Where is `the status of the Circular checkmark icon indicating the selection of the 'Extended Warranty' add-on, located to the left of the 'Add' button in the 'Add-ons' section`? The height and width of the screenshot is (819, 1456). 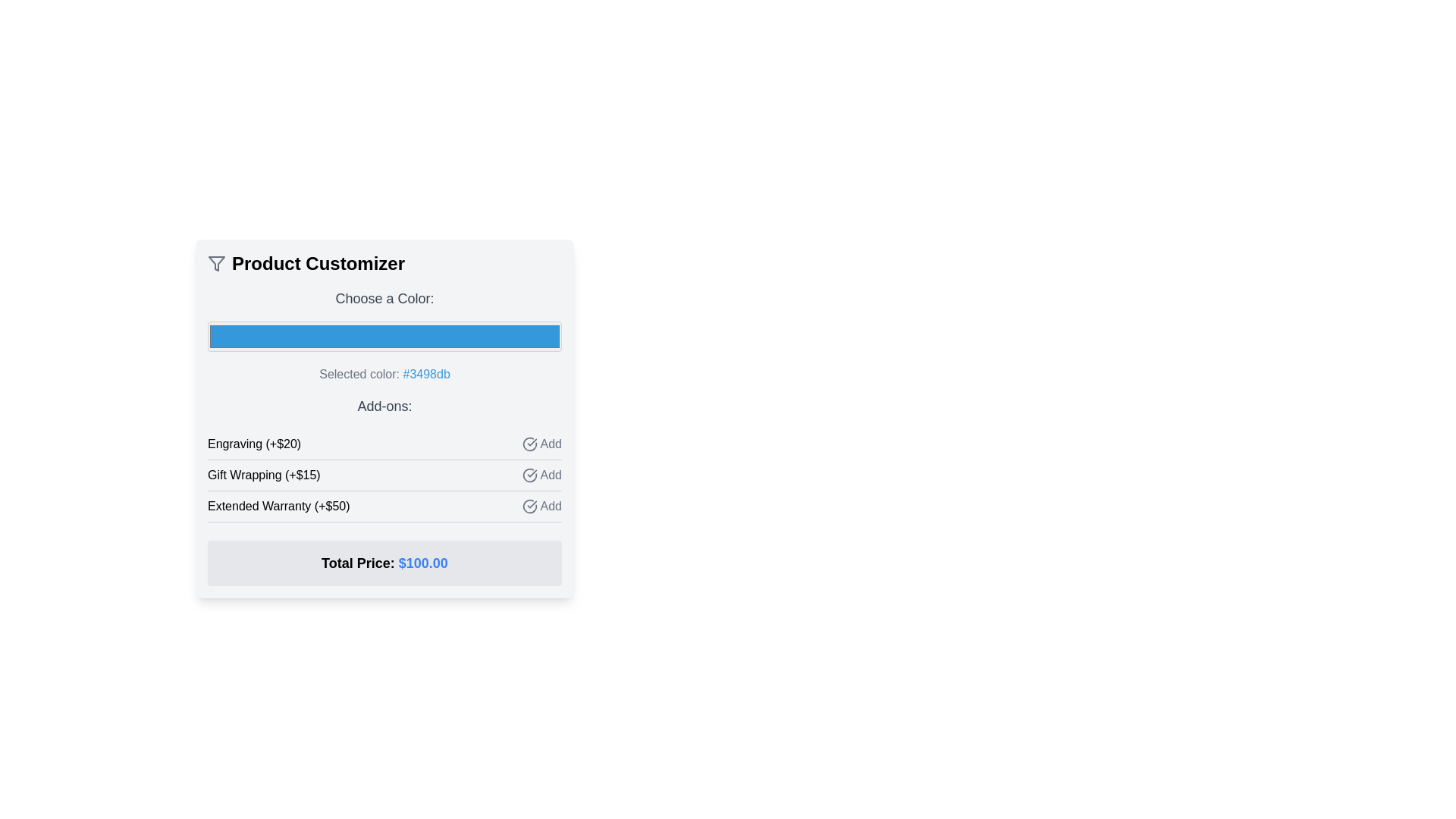
the status of the Circular checkmark icon indicating the selection of the 'Extended Warranty' add-on, located to the left of the 'Add' button in the 'Add-ons' section is located at coordinates (529, 506).